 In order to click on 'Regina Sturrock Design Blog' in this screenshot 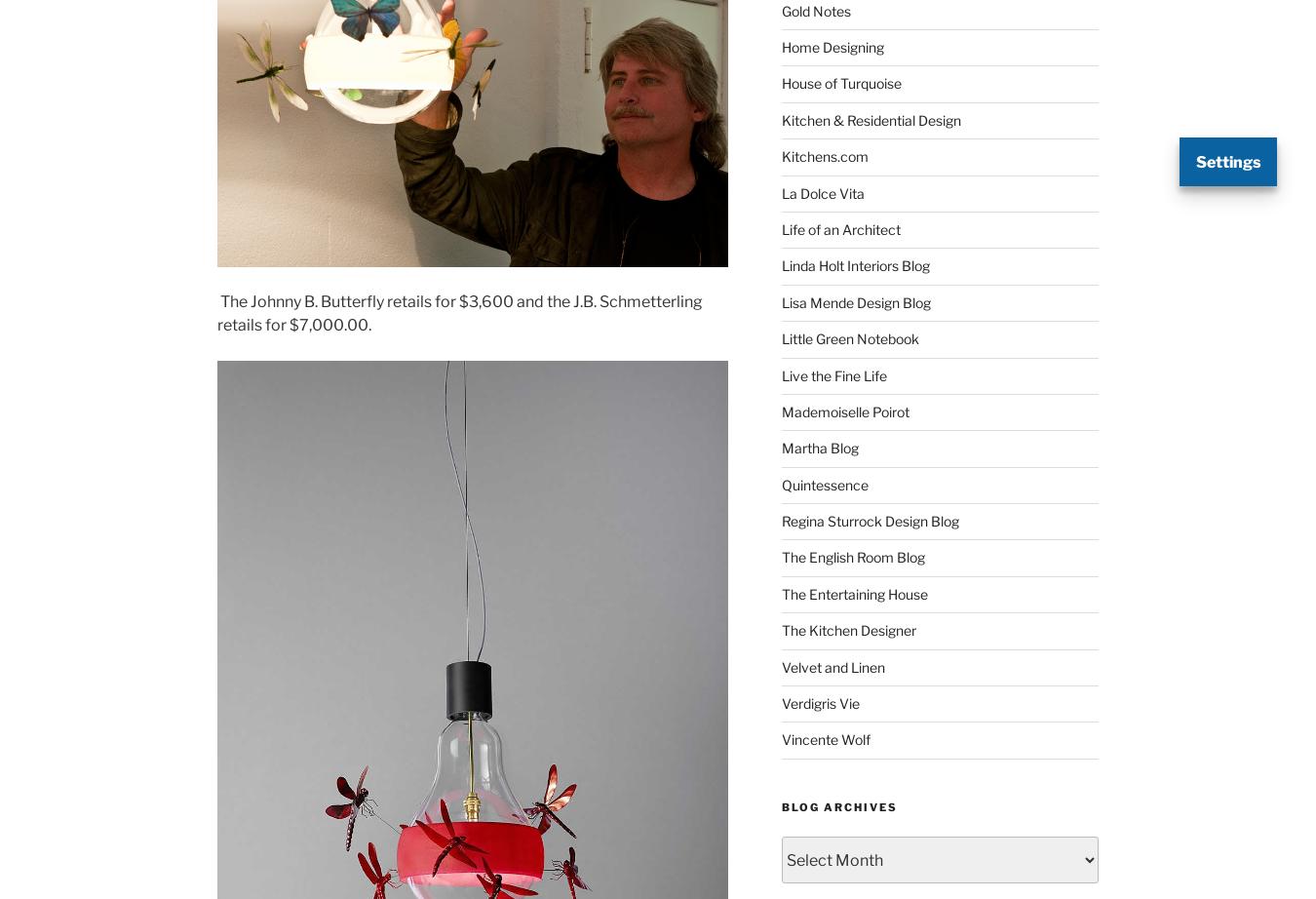, I will do `click(869, 521)`.